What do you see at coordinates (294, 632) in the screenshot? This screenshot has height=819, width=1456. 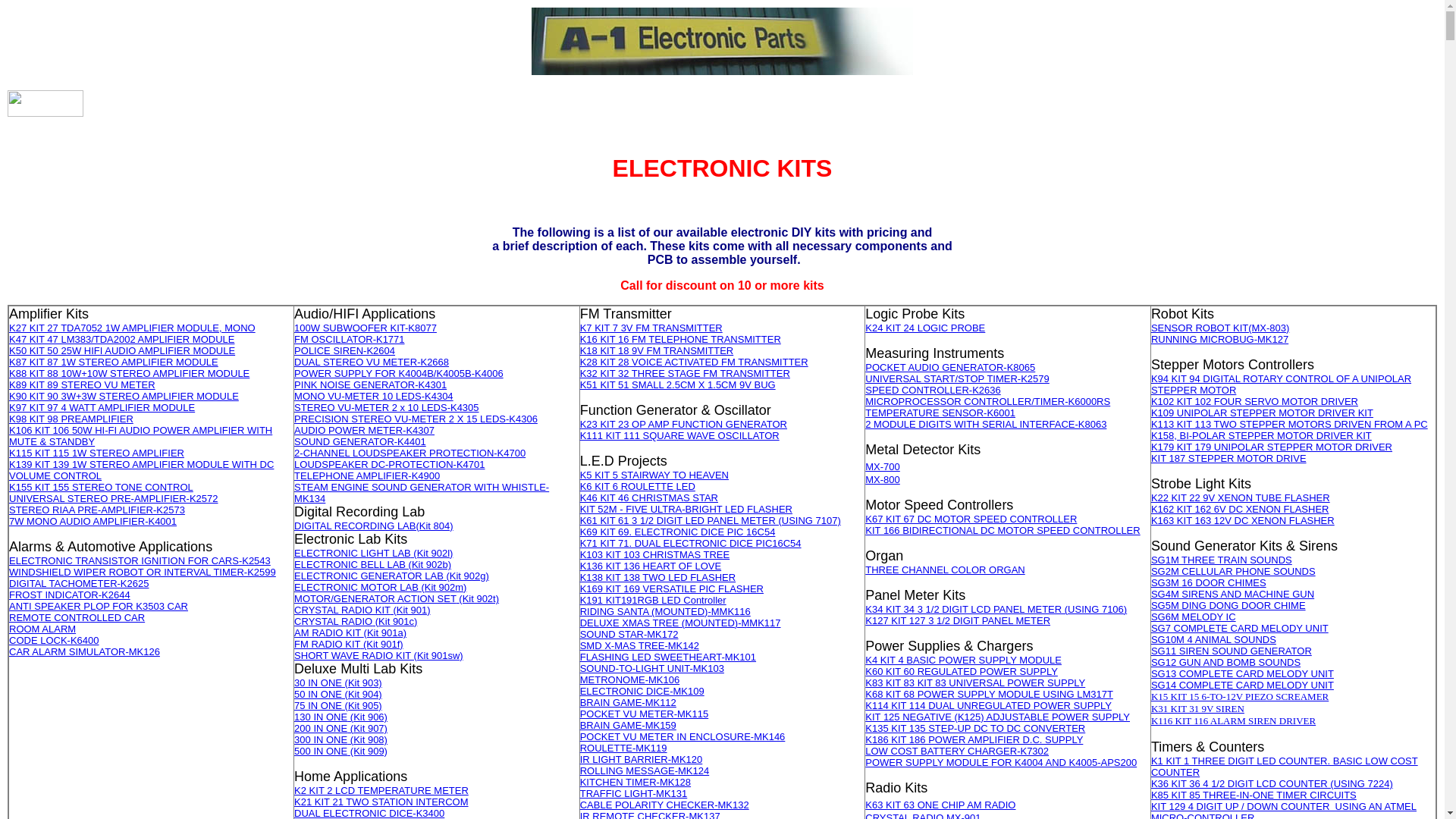 I see `'AM RADIO KIT (Kit 901a)'` at bounding box center [294, 632].